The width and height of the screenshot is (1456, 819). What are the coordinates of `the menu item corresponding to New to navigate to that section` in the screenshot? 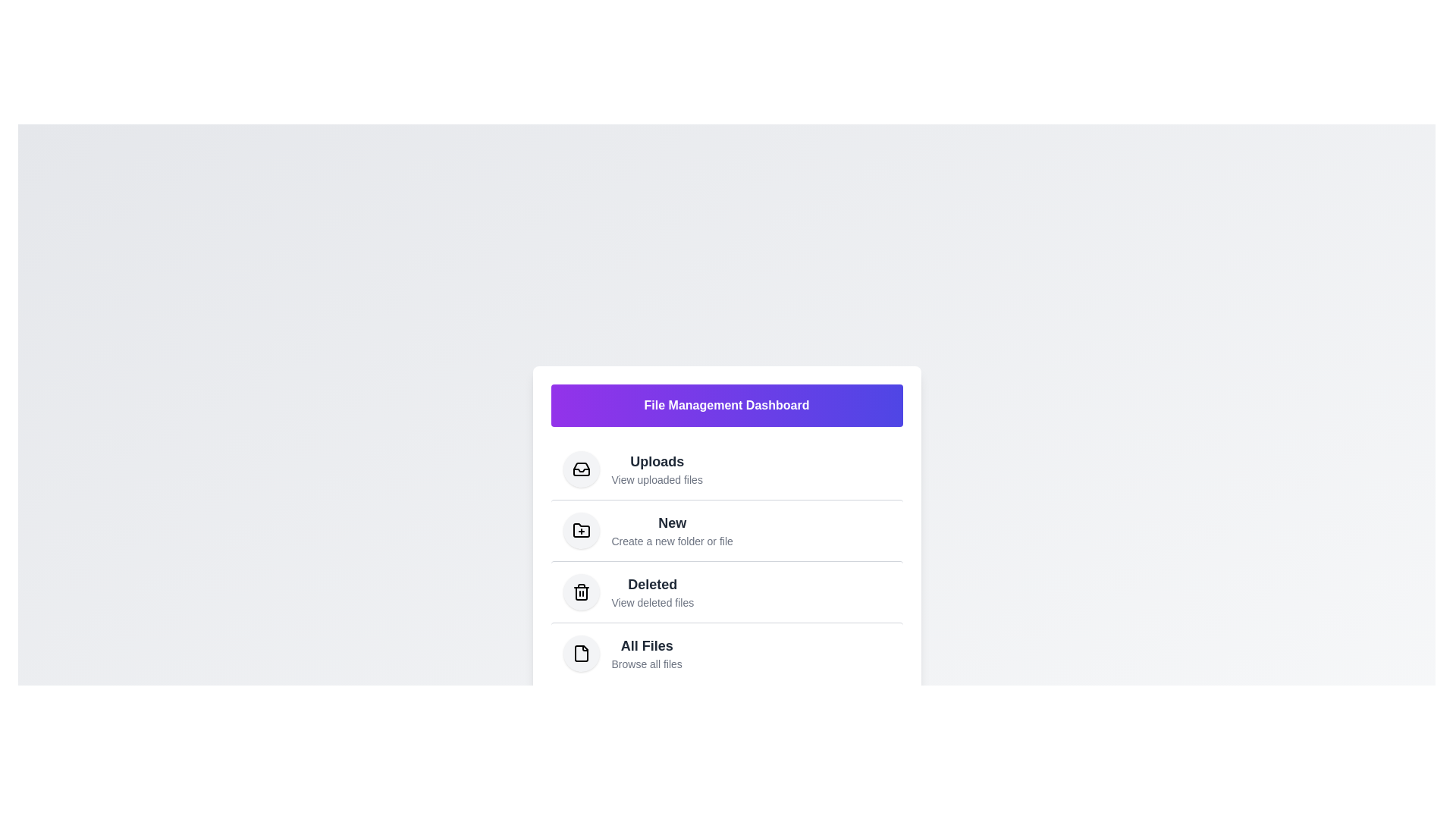 It's located at (671, 529).